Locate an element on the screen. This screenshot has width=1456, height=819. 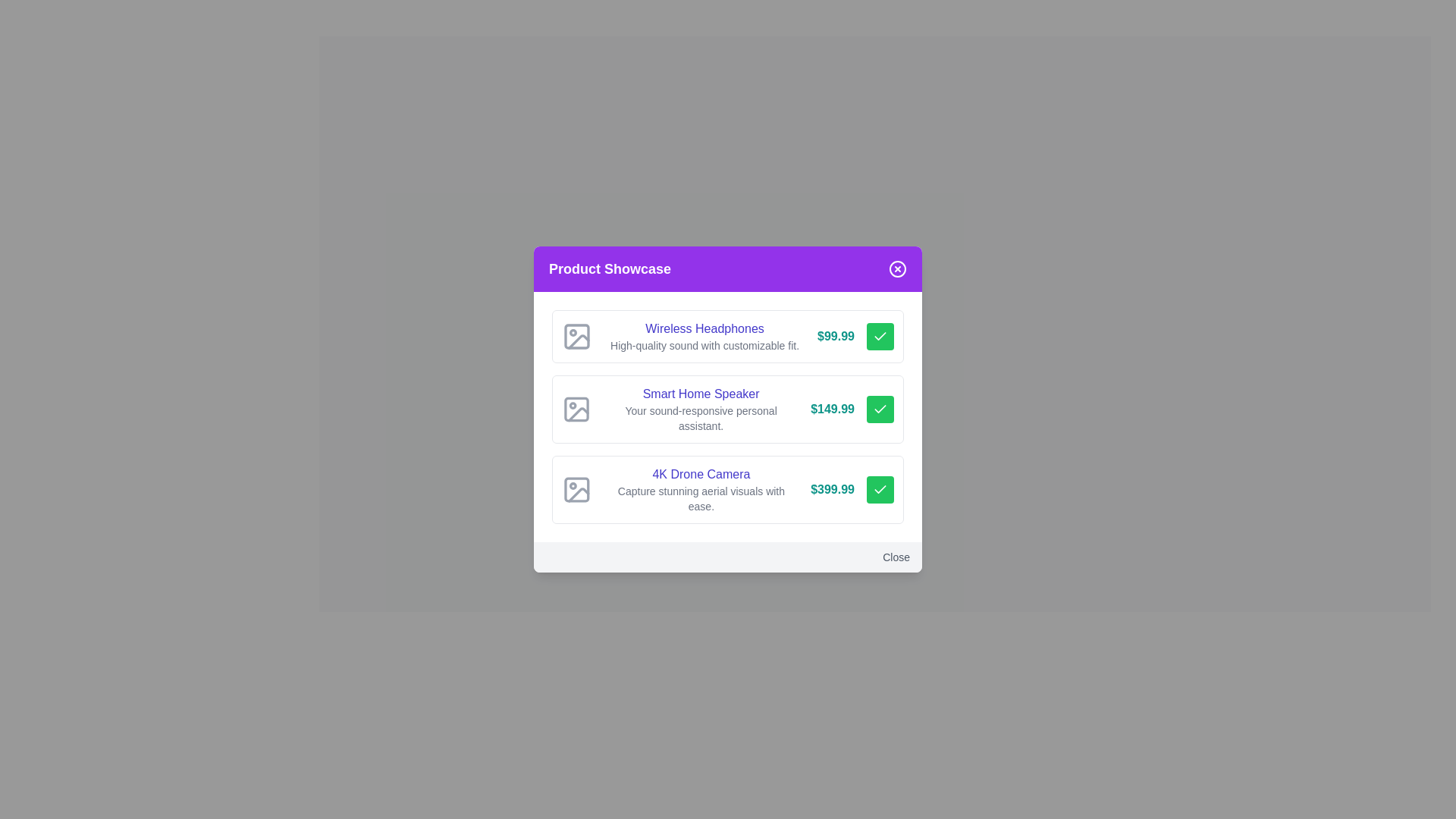
the Text Label that serves as the title or name of a product item, positioned above a descriptive text block and aligned with an image icon on the left and a price with a checkbox on the right is located at coordinates (700, 473).